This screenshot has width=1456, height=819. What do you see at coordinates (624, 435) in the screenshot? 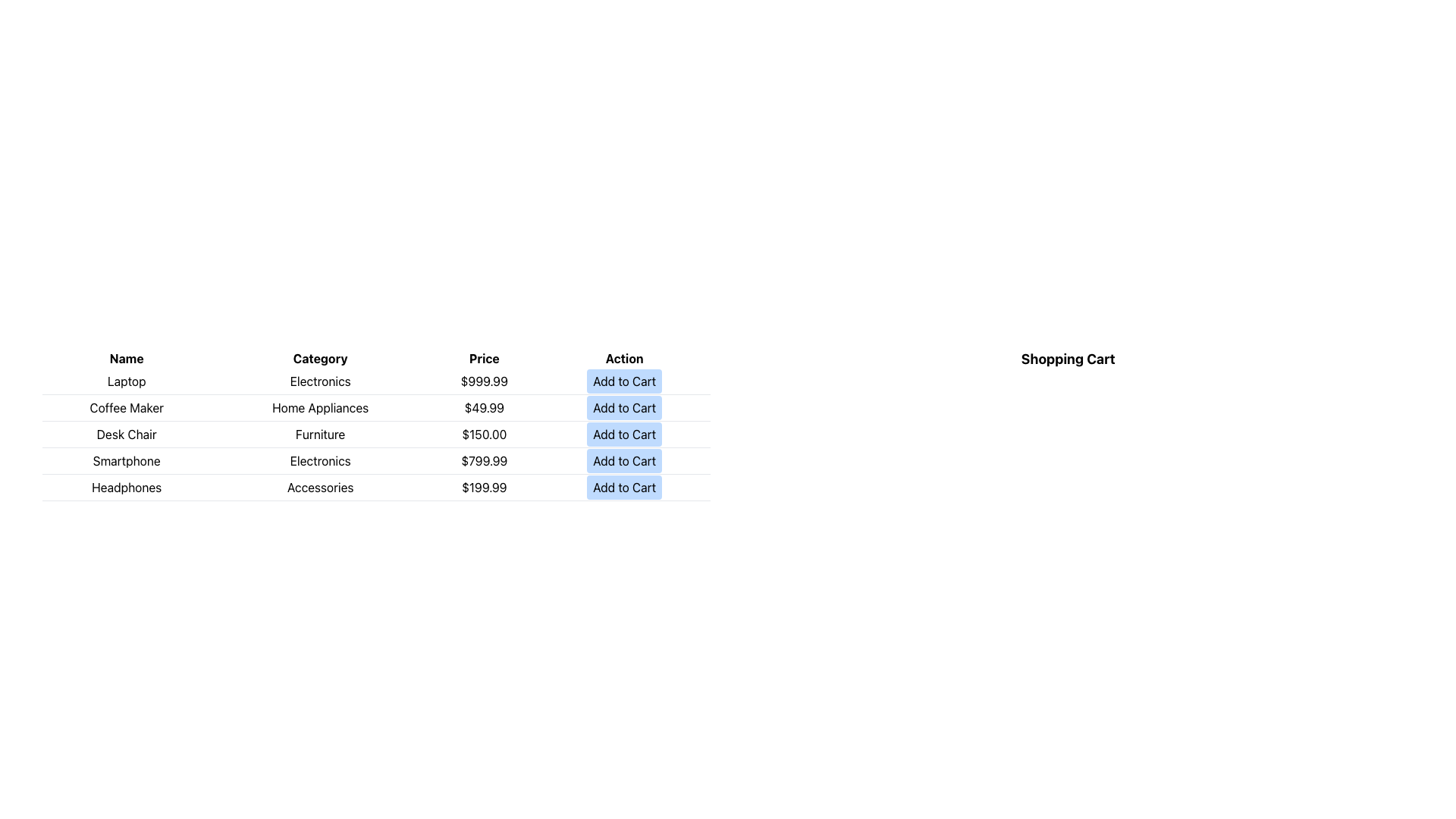
I see `the 'Add to Cart' button located in the 'Action' column of the table for the item 'Desk Chair'` at bounding box center [624, 435].